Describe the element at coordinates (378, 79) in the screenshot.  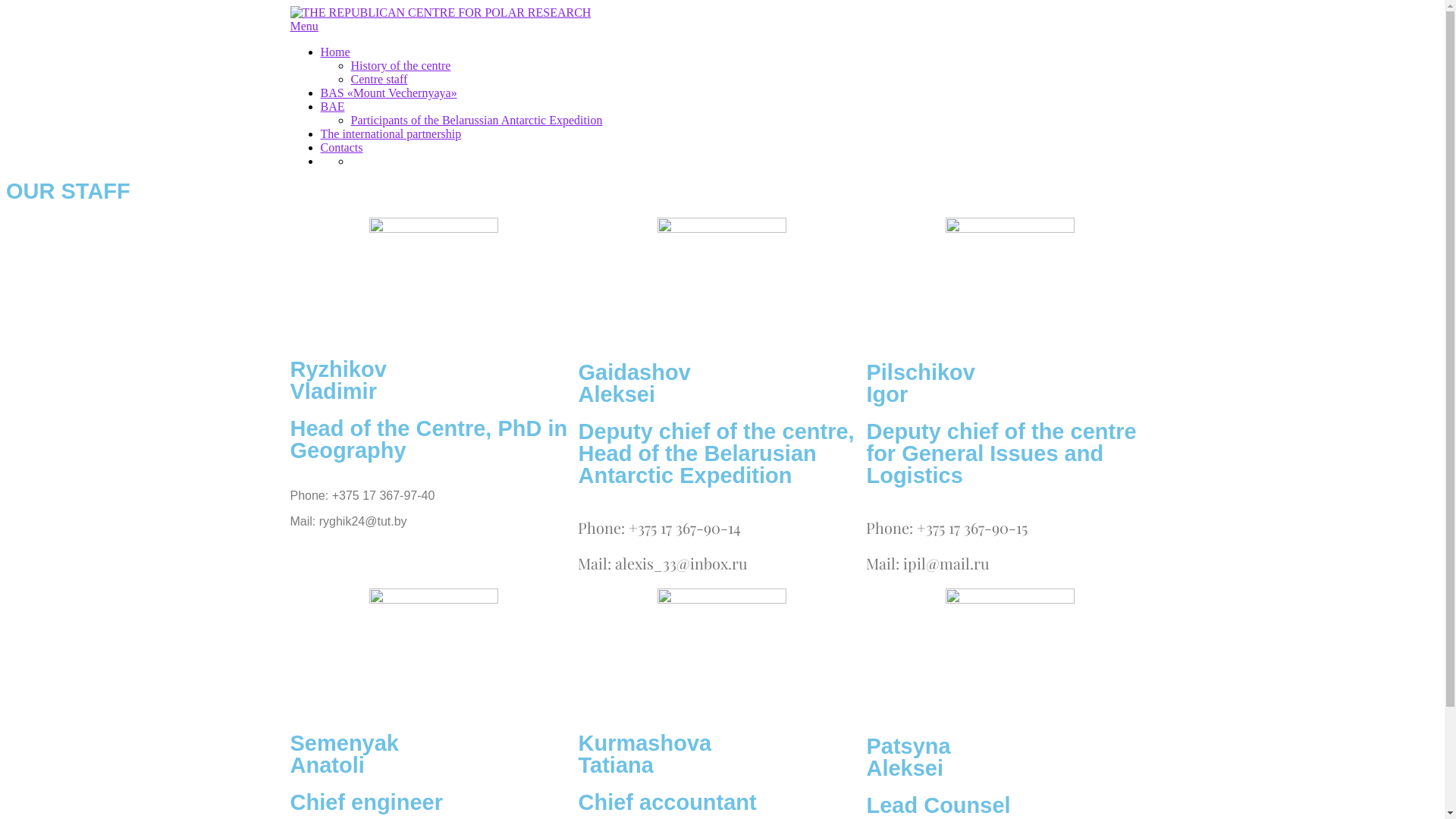
I see `'Centre staff'` at that location.